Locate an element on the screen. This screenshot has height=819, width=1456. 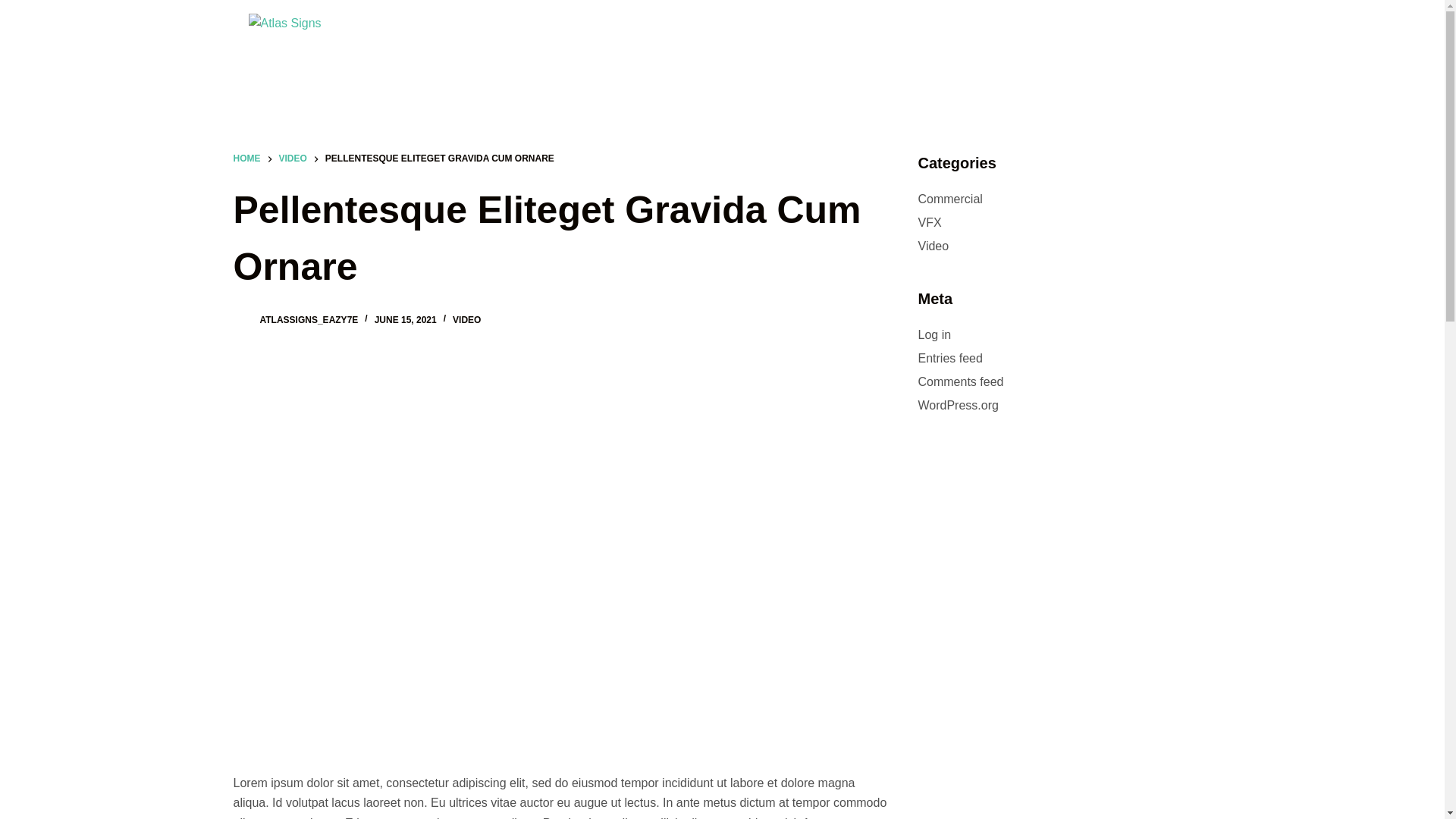
'ATLASSIGNS_EAZY7E' is located at coordinates (308, 318).